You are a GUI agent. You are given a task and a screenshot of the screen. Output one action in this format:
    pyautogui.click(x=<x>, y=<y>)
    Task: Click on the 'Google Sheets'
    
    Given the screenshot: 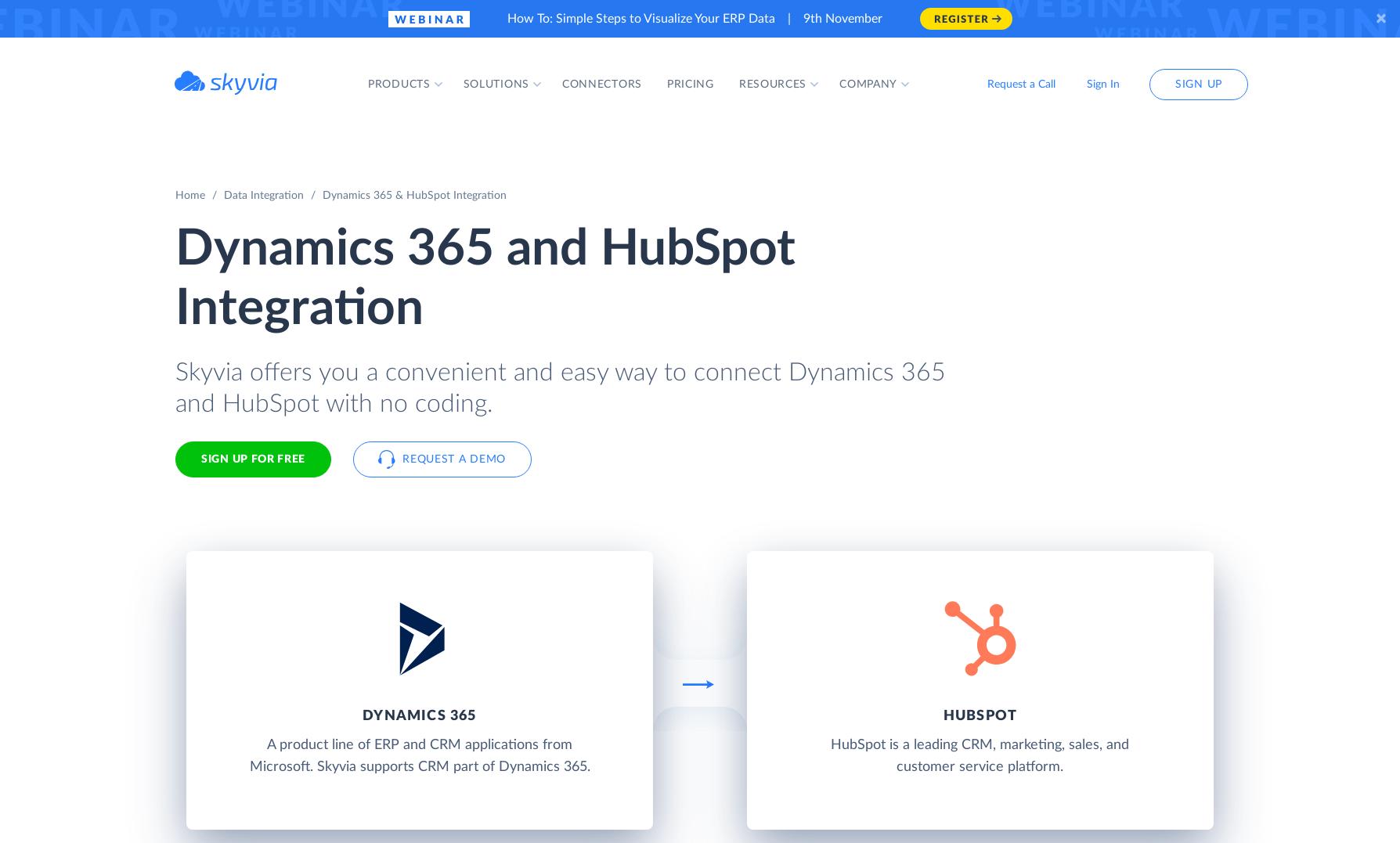 What is the action you would take?
    pyautogui.click(x=1055, y=287)
    